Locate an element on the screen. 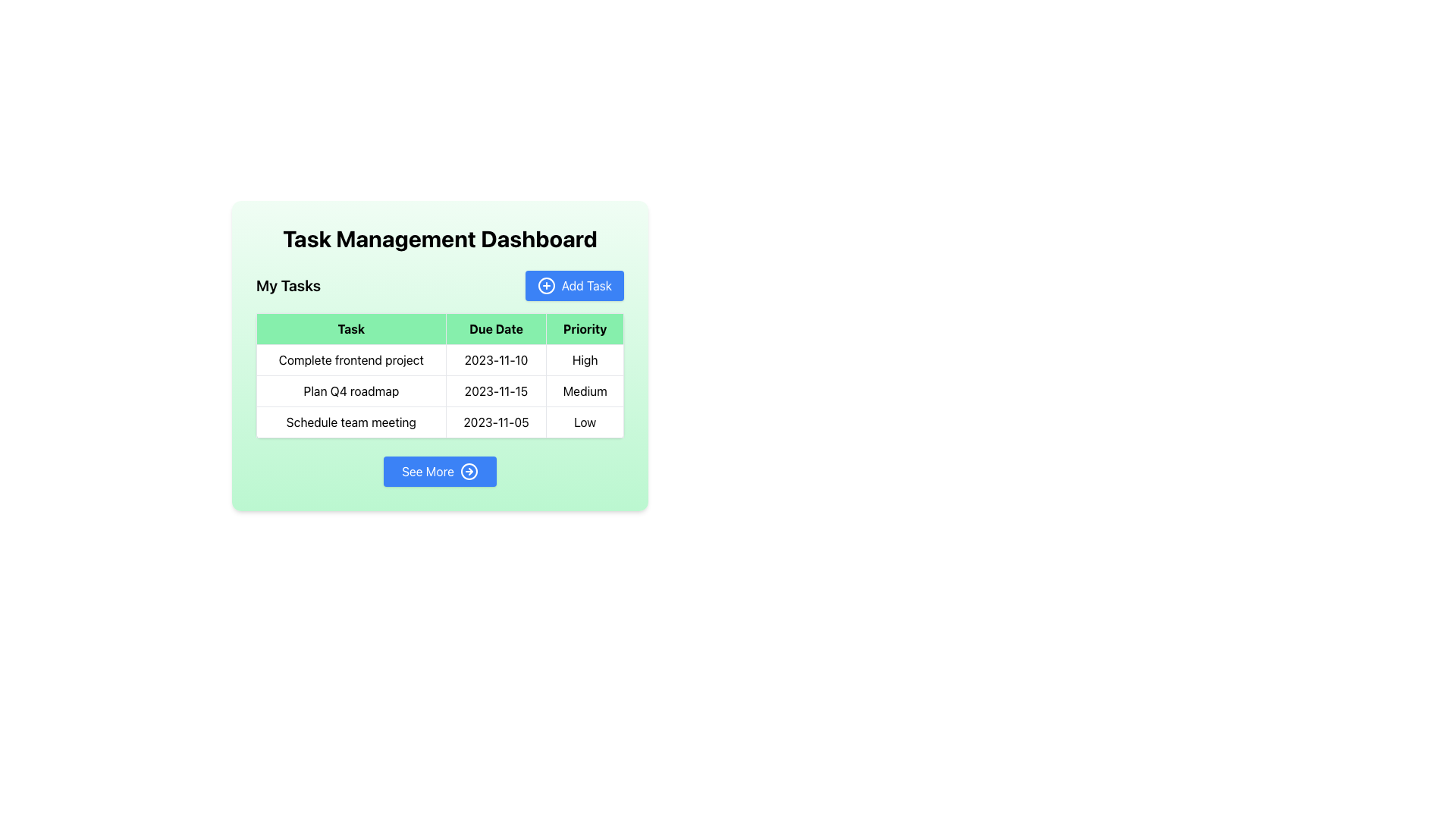  the circular graphic representation with a white arrow pointing to the right located at the bottom center of the task management dashboard for navigation is located at coordinates (469, 470).